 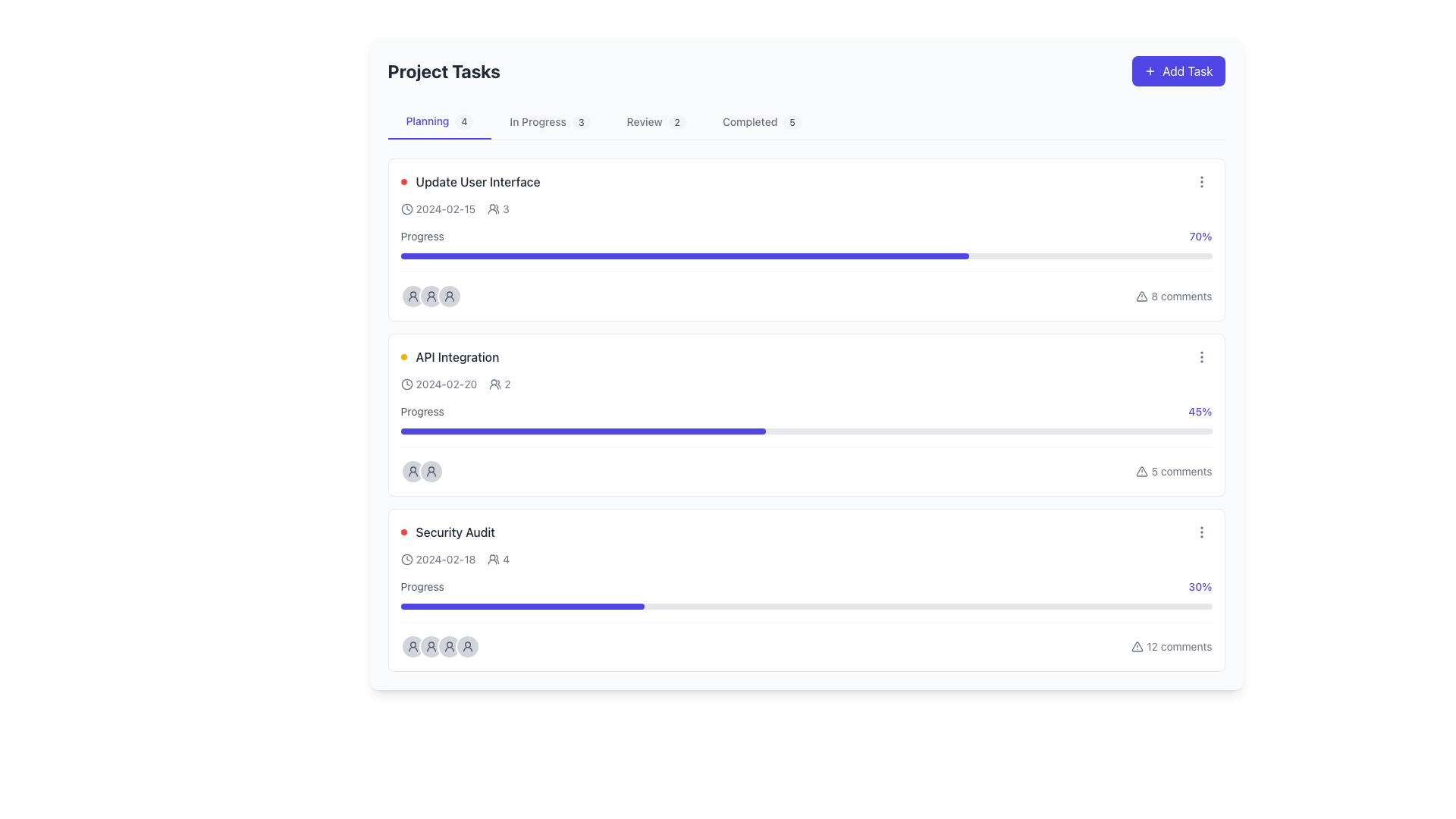 What do you see at coordinates (1200, 532) in the screenshot?
I see `the vertical ellipsis icon in the 'Security Audit' row` at bounding box center [1200, 532].